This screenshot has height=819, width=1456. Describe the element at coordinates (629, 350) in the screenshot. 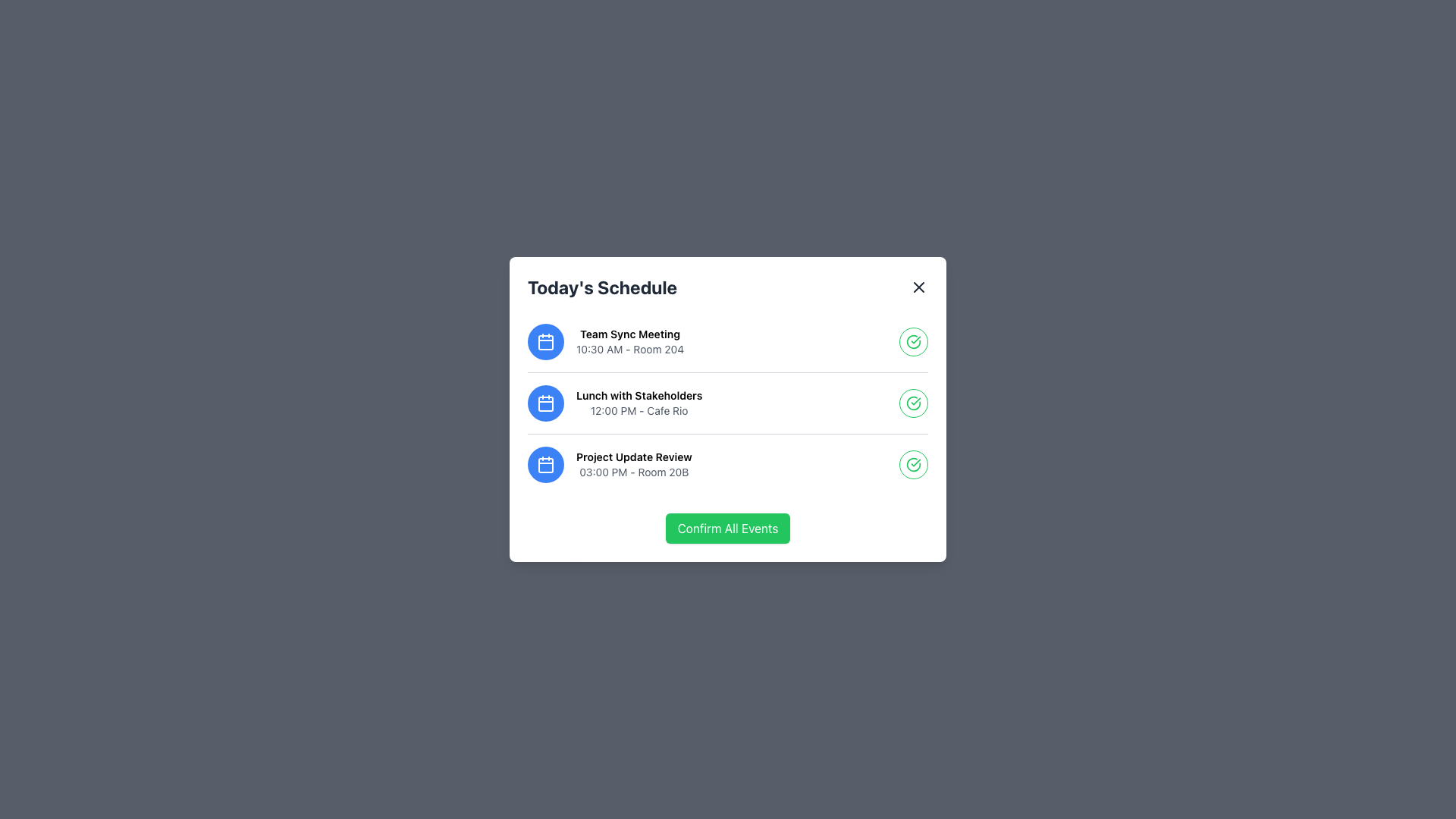

I see `text segment displaying '10:30 AM - Room 204' that is positioned beneath the bold 'Team Sync Meeting' text` at that location.